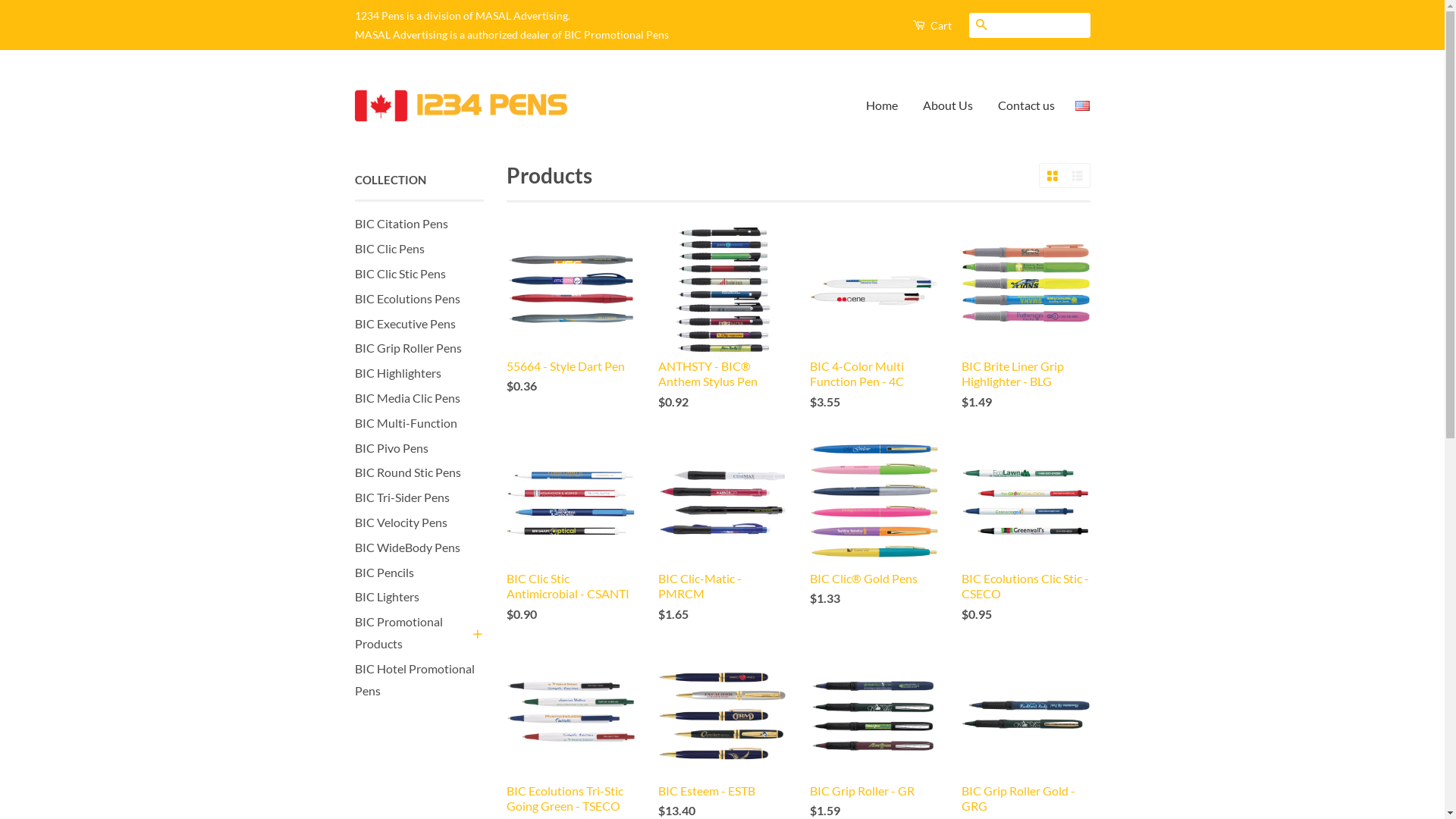 Image resolution: width=1456 pixels, height=819 pixels. Describe the element at coordinates (874, 330) in the screenshot. I see `'BIC 4-Color Multi Function Pen - 4C` at that location.